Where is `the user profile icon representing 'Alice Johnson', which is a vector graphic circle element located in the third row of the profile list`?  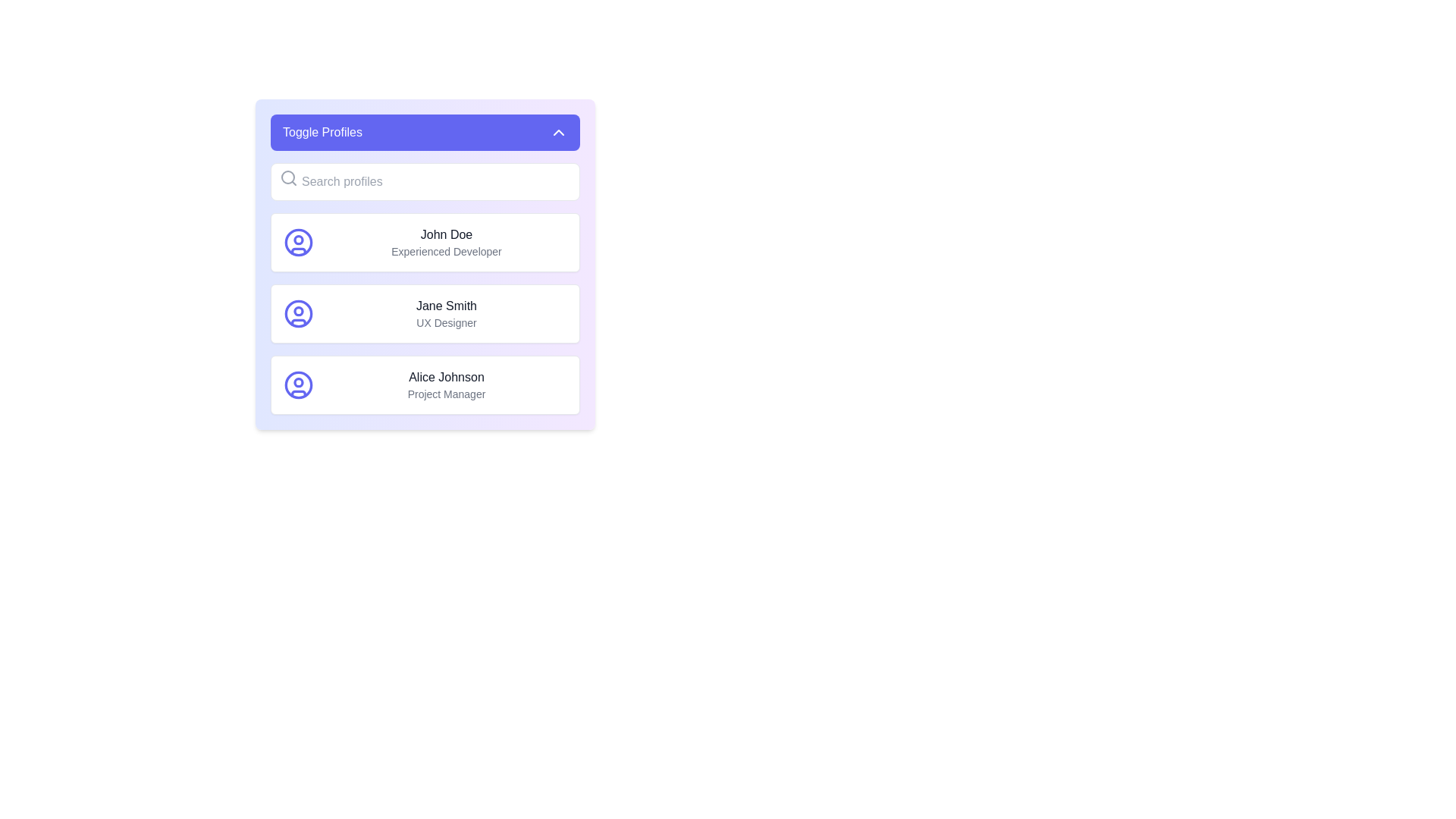 the user profile icon representing 'Alice Johnson', which is a vector graphic circle element located in the third row of the profile list is located at coordinates (298, 384).